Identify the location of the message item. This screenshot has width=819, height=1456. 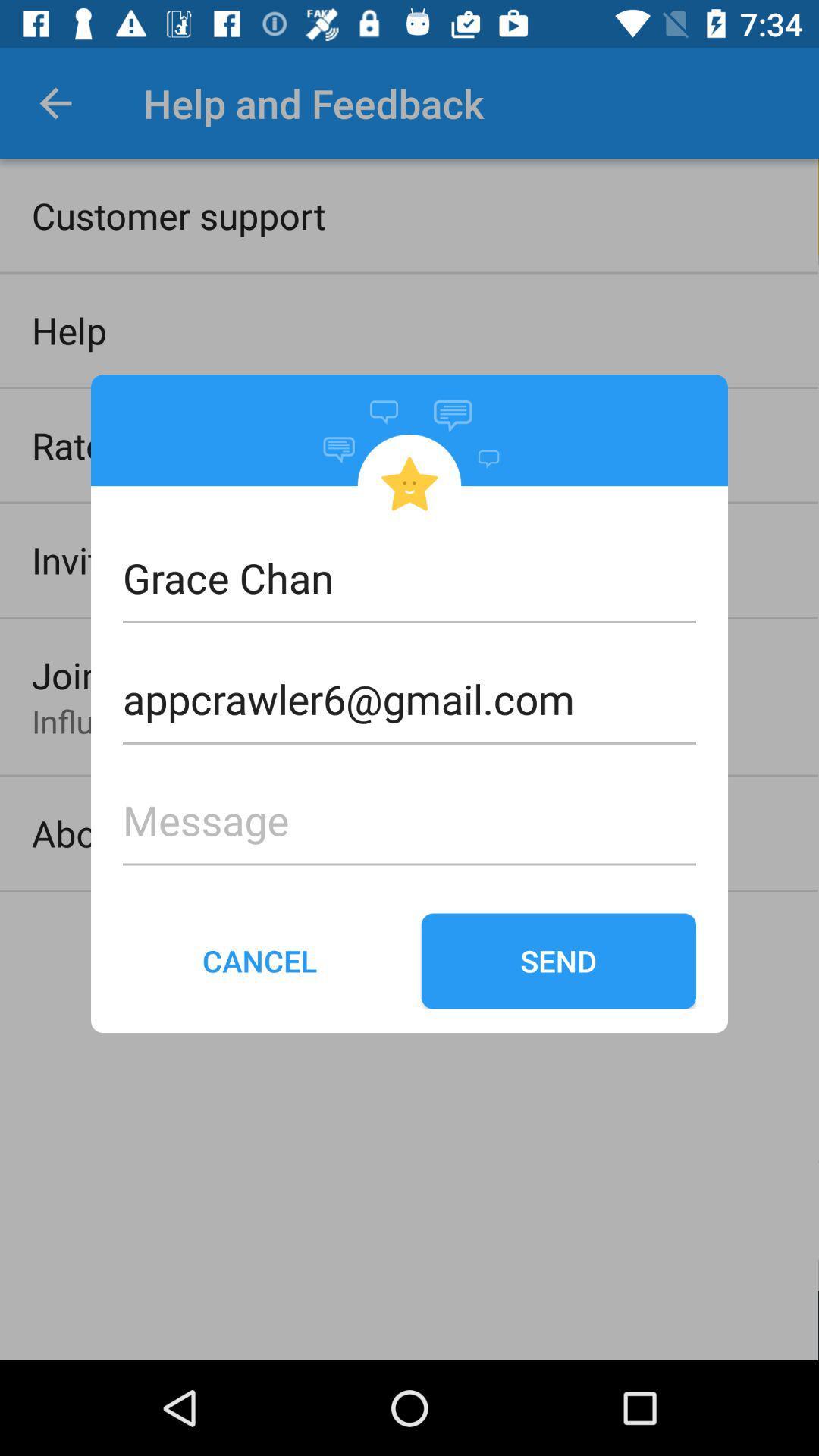
(409, 795).